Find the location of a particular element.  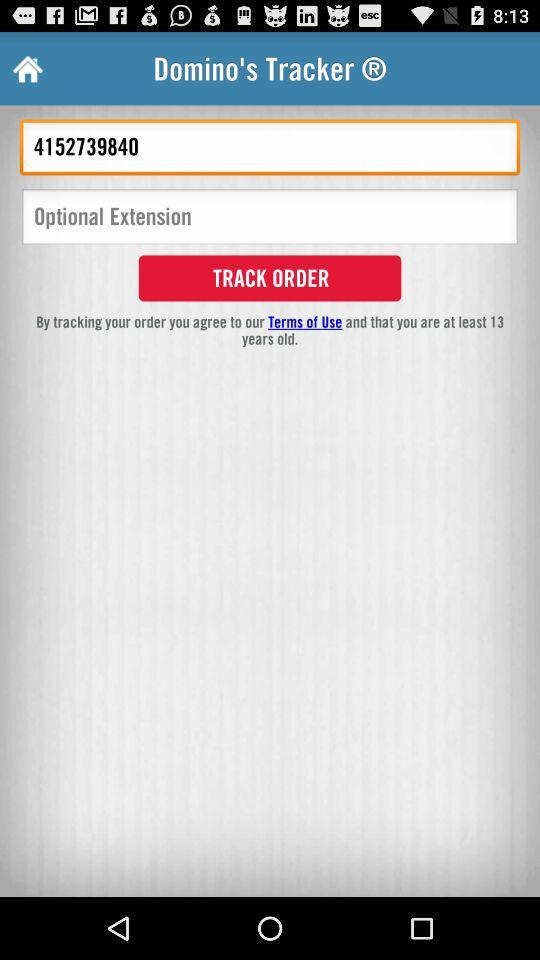

extension number is located at coordinates (270, 219).